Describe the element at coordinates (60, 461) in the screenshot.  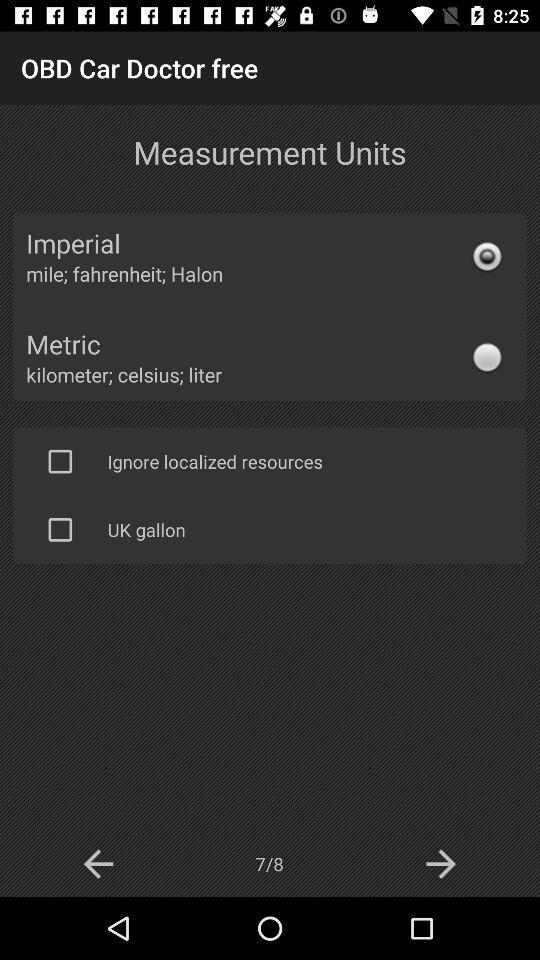
I see `for on and off` at that location.